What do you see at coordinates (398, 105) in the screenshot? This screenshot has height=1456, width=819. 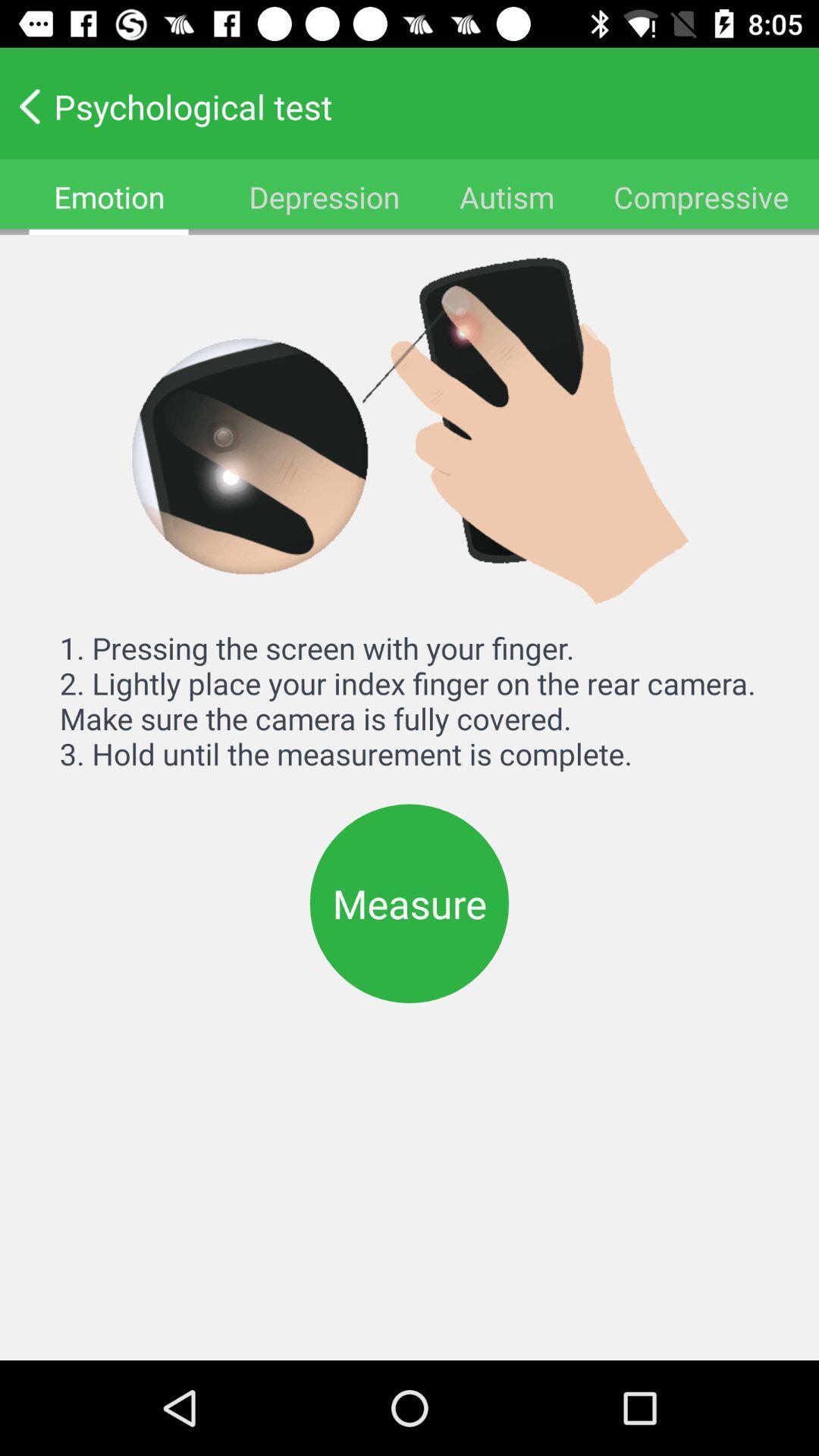 I see `psychological test item` at bounding box center [398, 105].